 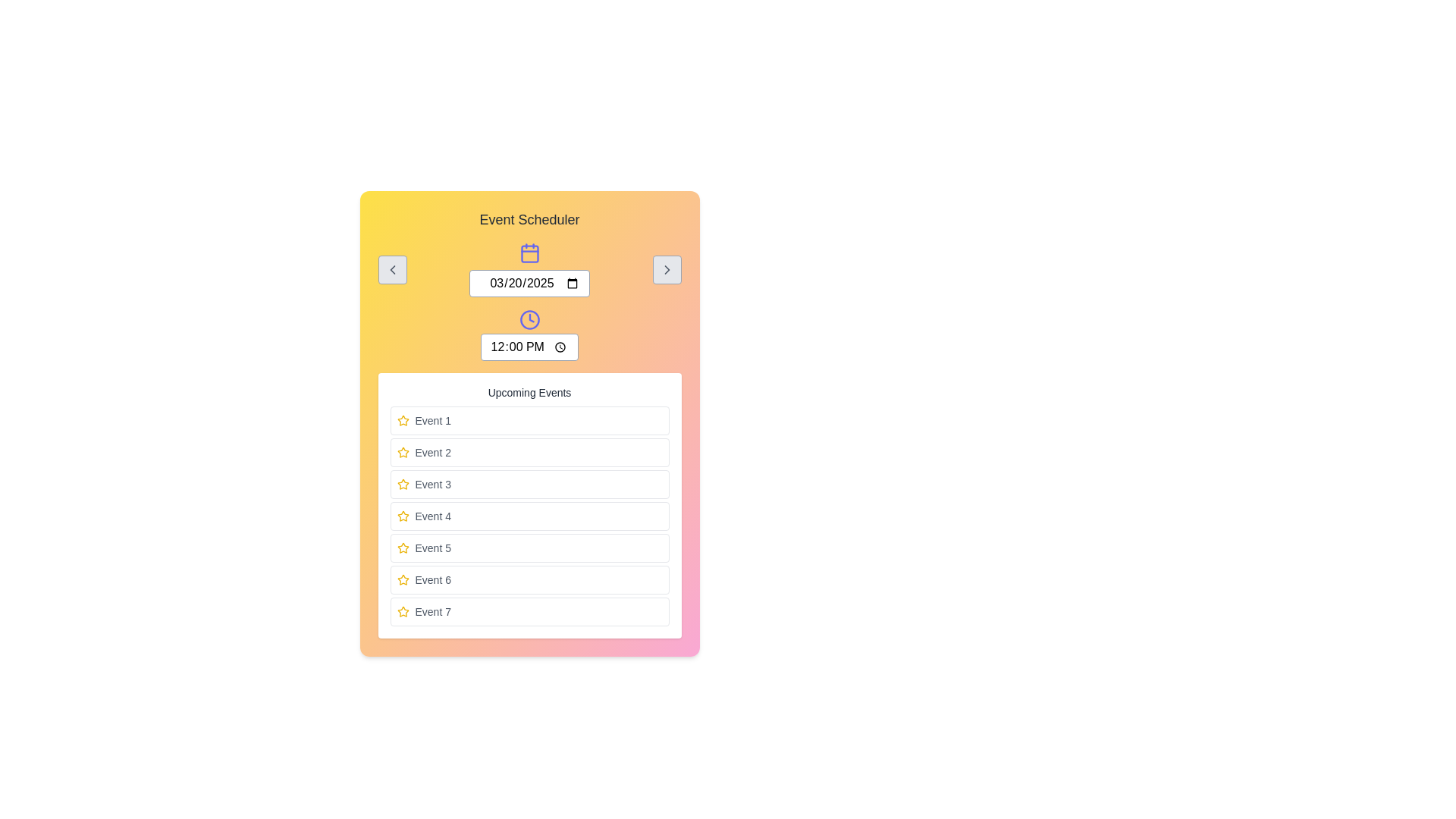 I want to click on the text of the 'Event 1' label, which identifies the first event in the list of upcoming events, positioned to the right of a star icon, so click(x=432, y=421).